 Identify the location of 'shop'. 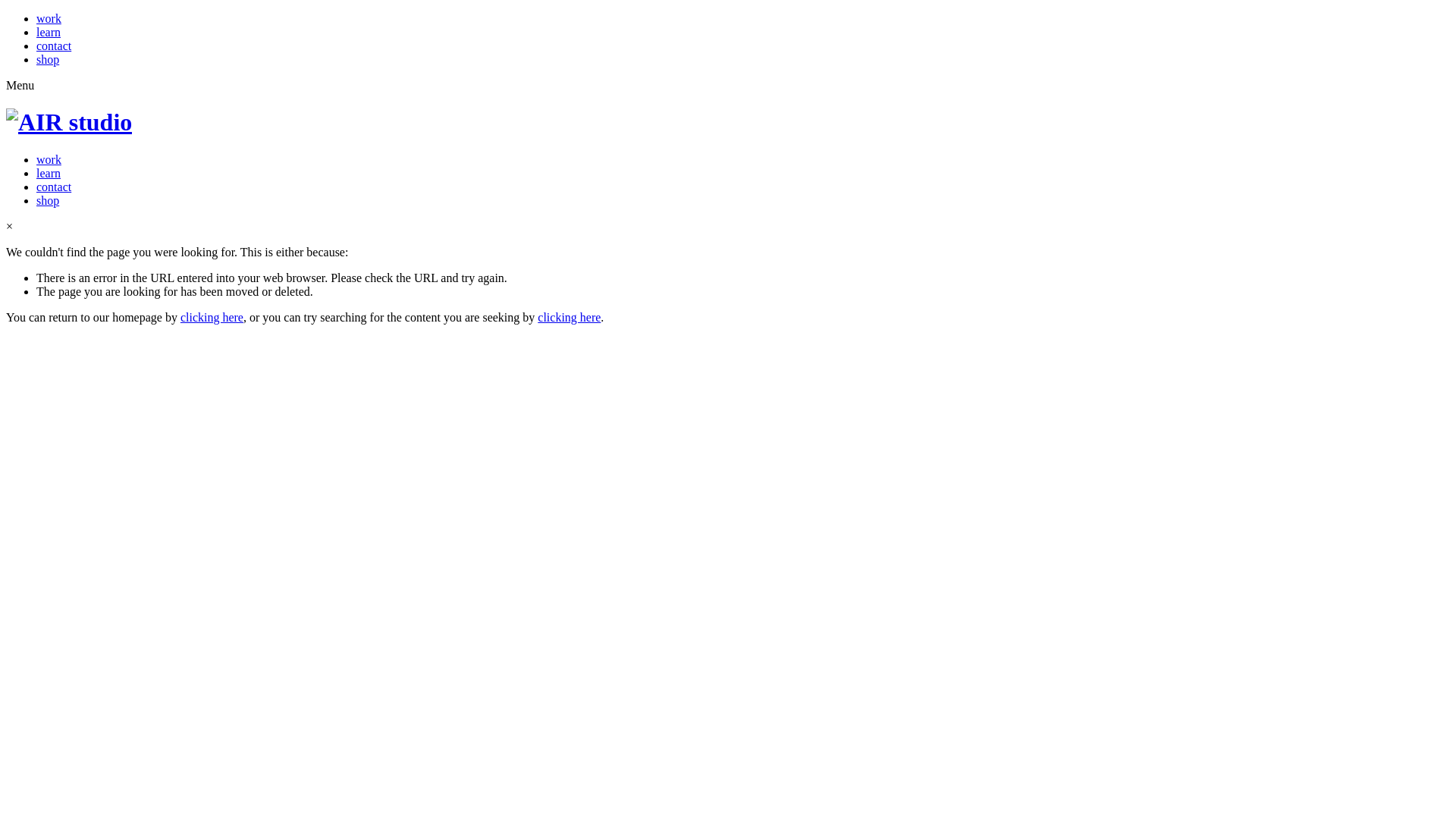
(47, 199).